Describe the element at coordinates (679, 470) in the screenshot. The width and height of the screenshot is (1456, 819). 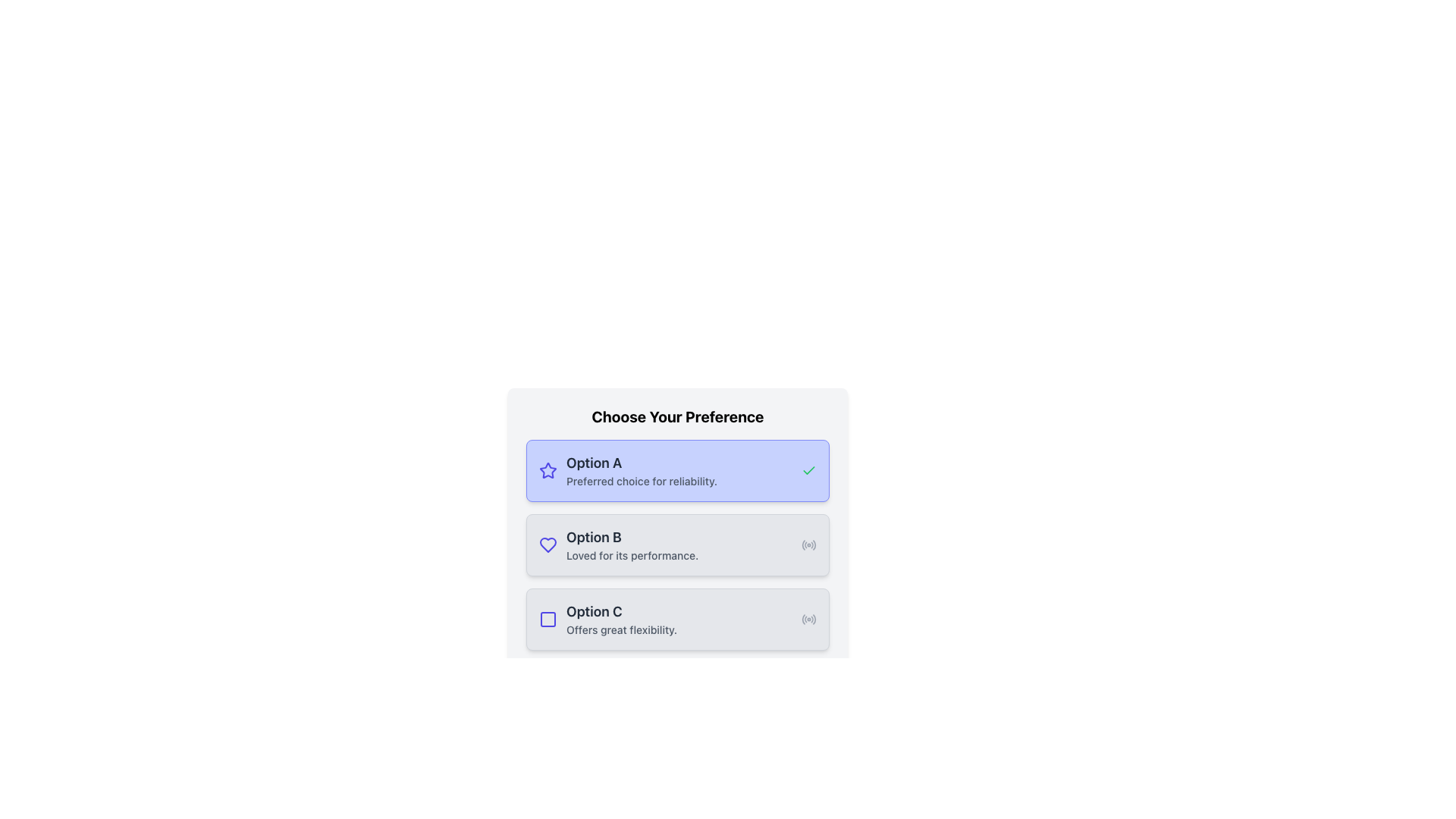
I see `the textual content of 'Option A' in the selection interface to possibly trigger tooltips` at that location.